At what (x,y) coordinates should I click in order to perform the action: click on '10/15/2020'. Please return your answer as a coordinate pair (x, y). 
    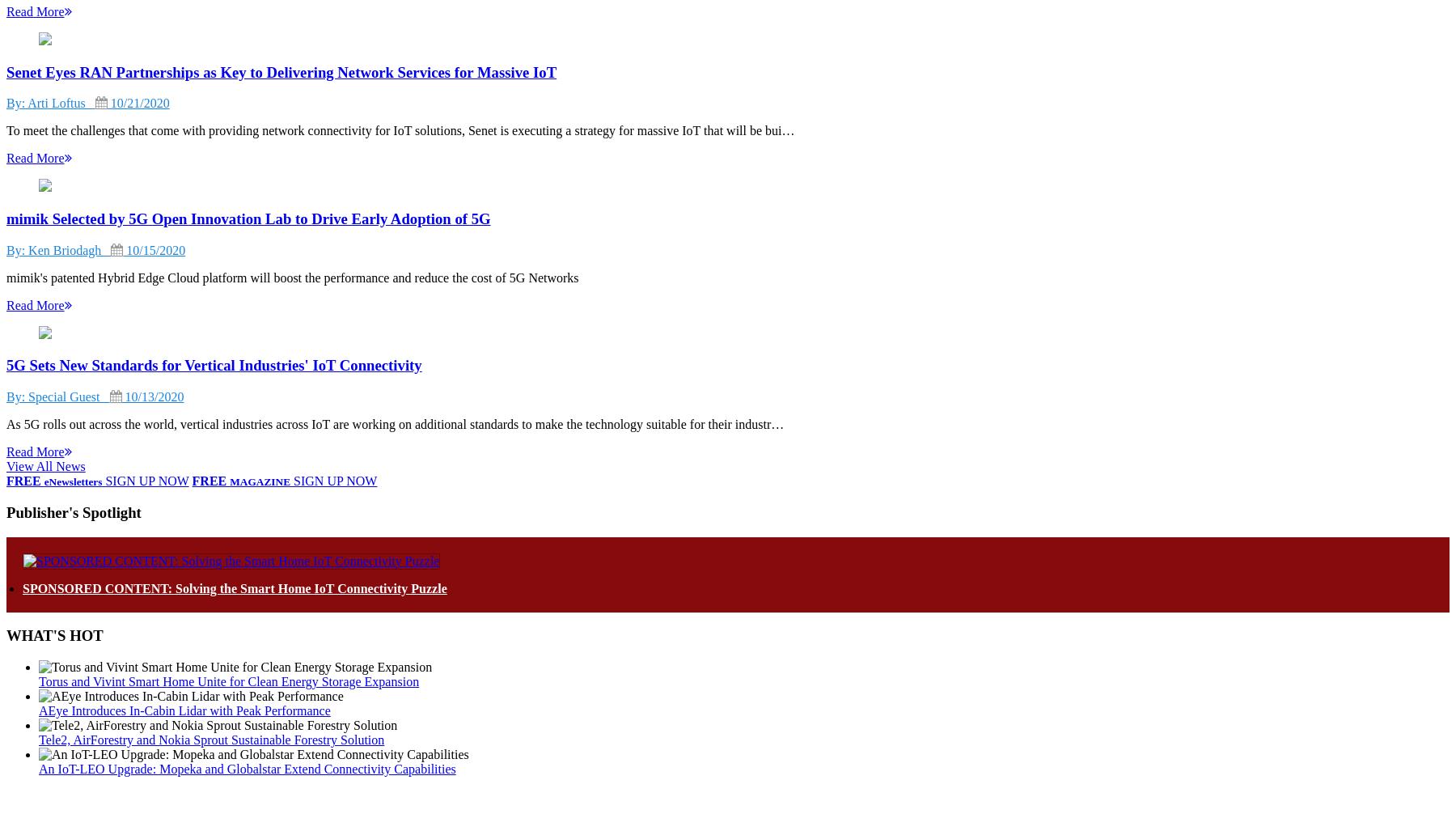
    Looking at the image, I should click on (154, 248).